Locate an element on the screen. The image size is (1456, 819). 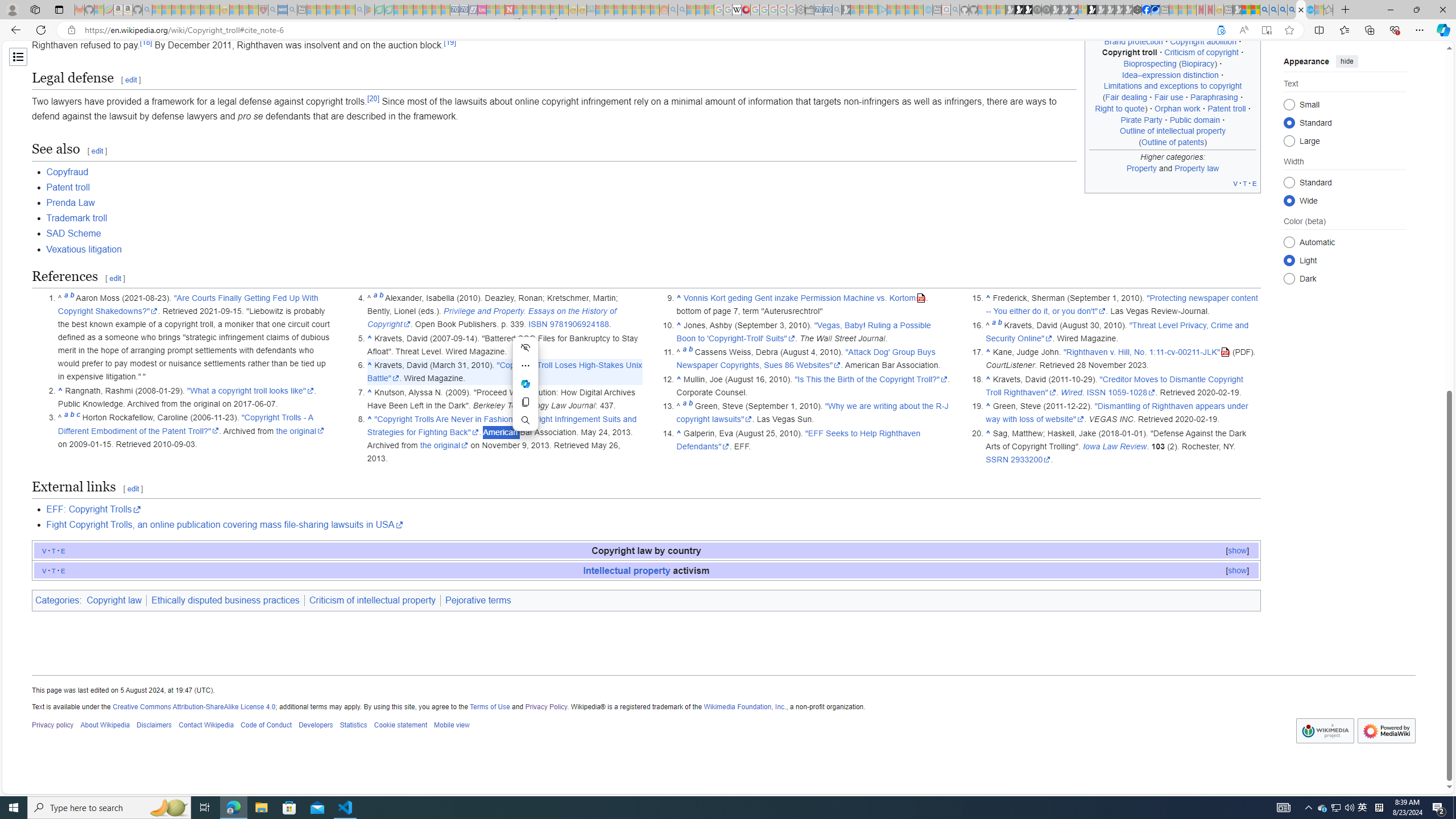
'Vexatious litigation' is located at coordinates (84, 248).